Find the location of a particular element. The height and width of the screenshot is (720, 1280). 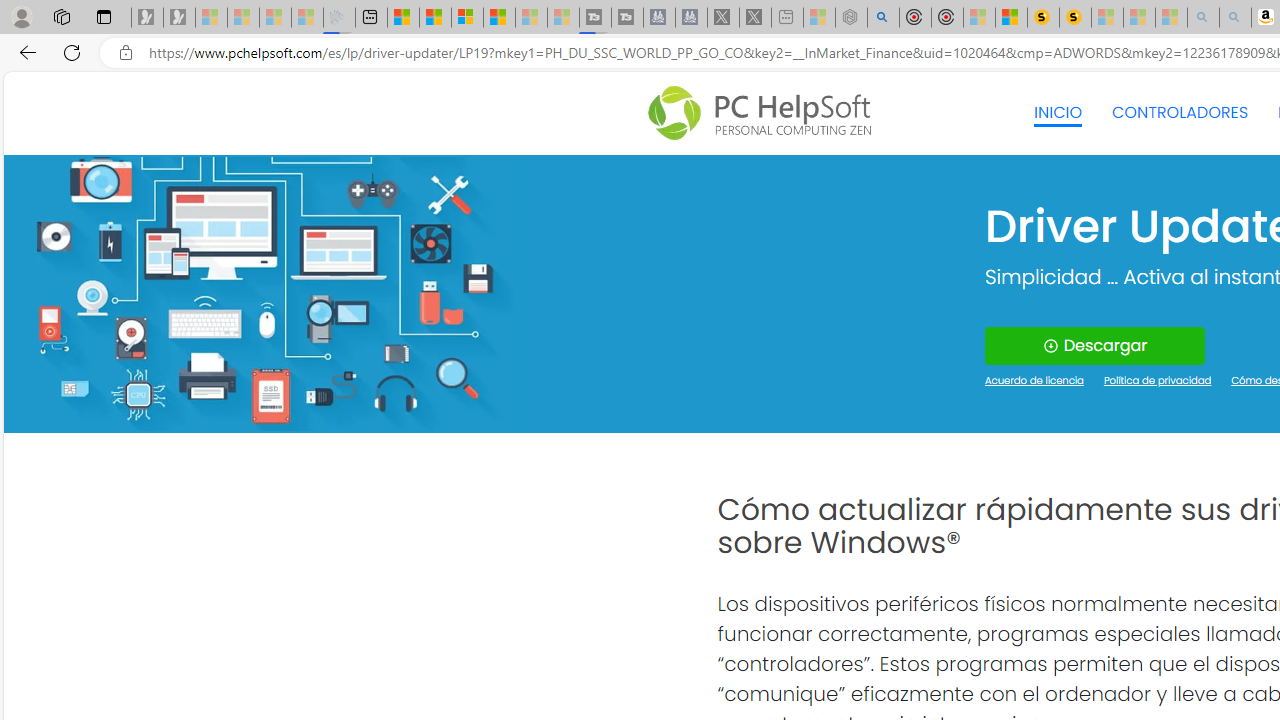

'amazon - Search - Sleeping' is located at coordinates (1202, 17).